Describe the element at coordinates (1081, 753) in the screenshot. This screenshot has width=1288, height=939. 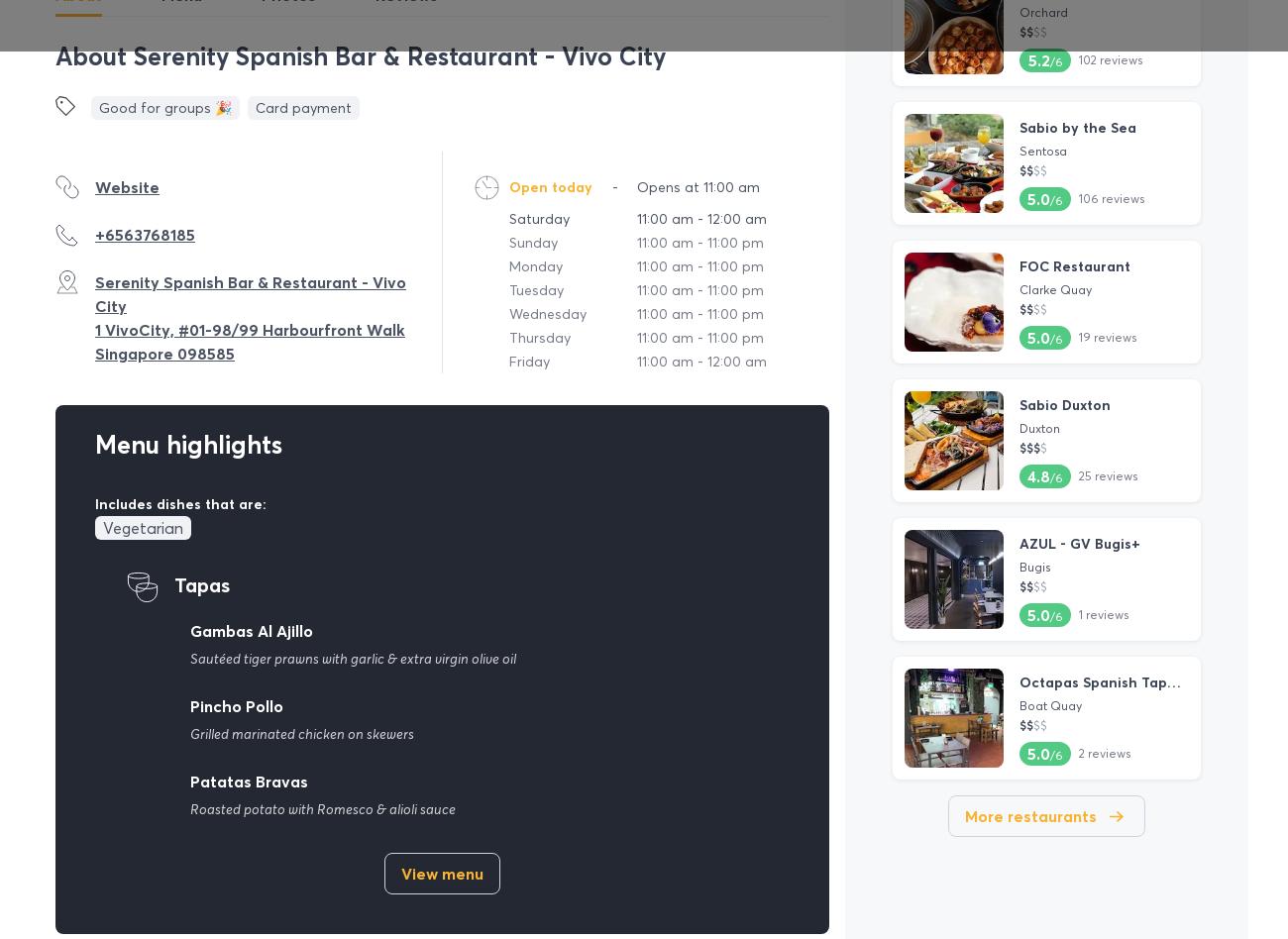
I see `'2'` at that location.